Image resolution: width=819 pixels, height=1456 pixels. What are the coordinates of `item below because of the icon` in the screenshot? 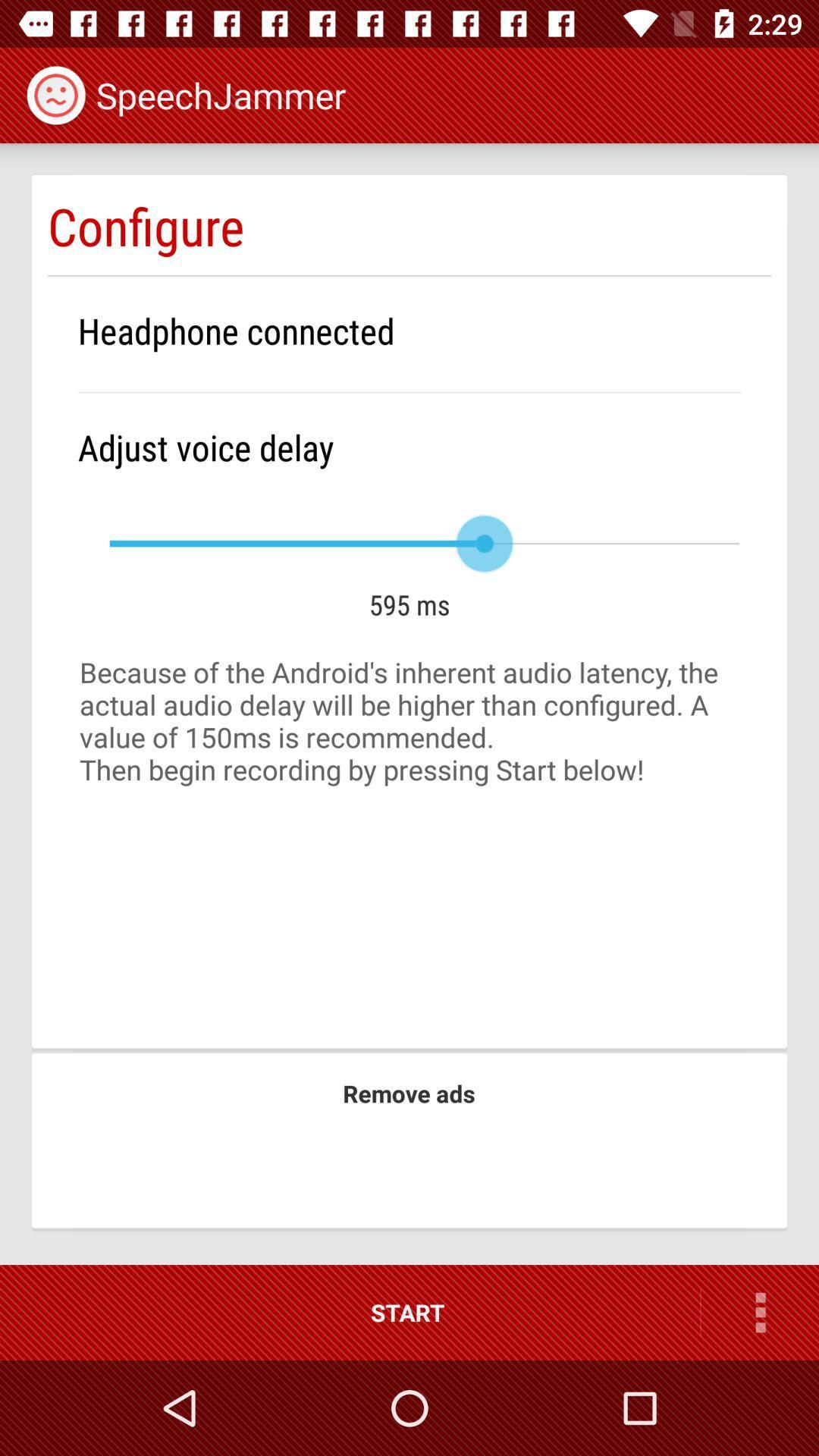 It's located at (408, 1093).